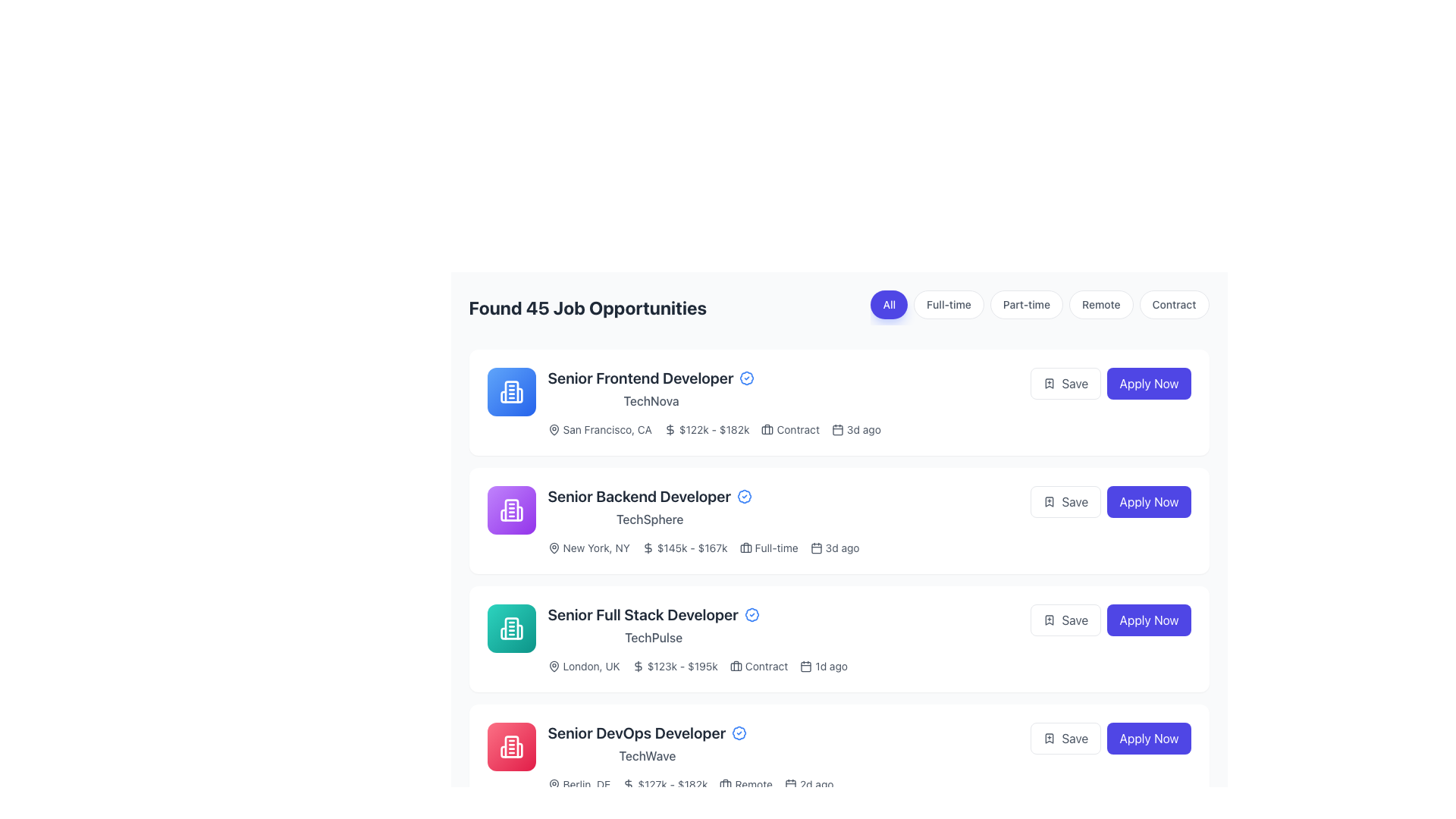 Image resolution: width=1456 pixels, height=819 pixels. What do you see at coordinates (511, 745) in the screenshot?
I see `the company icon in the fourth job listing for 'Senior DevOps Developer', which is visually represented under the job description with a rose-toned gradient background` at bounding box center [511, 745].